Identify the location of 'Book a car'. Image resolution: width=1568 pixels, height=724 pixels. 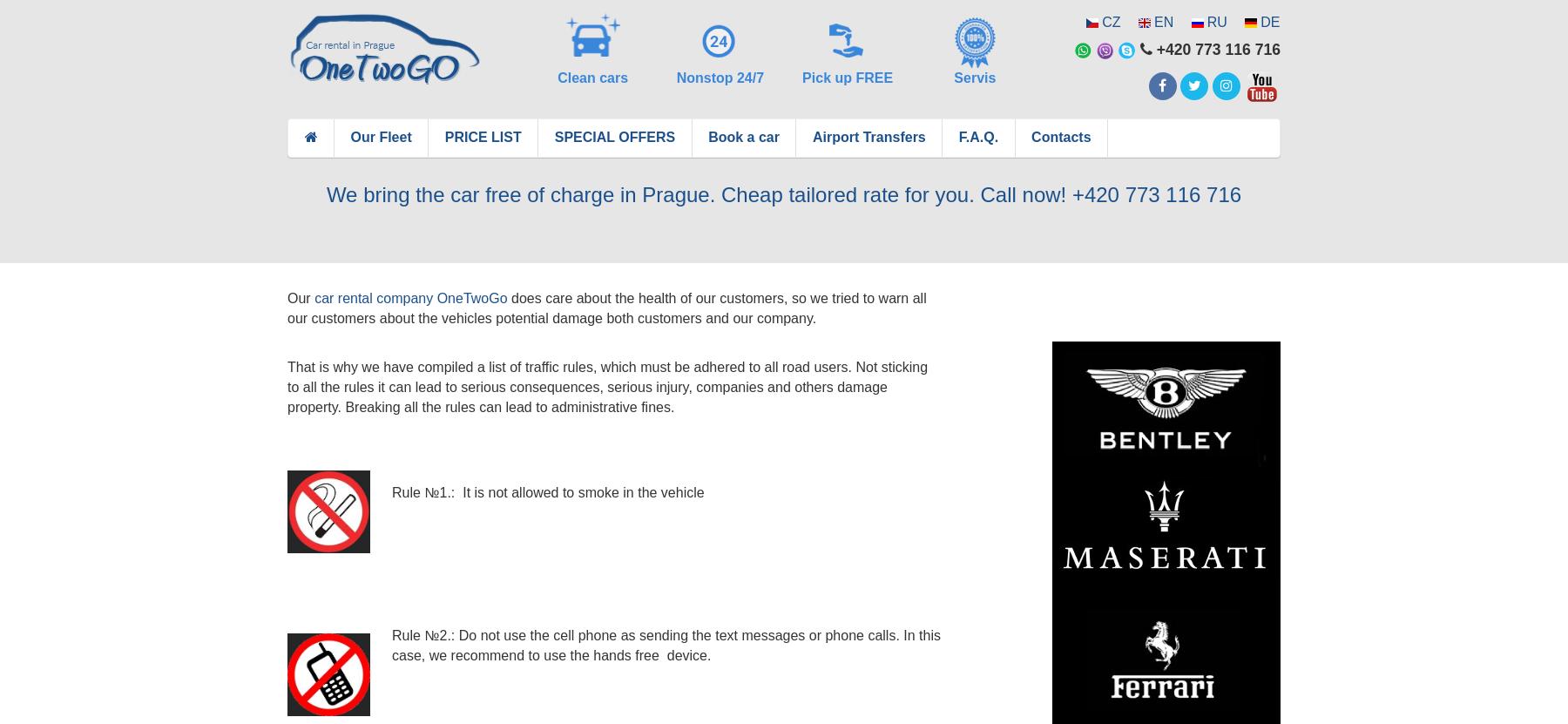
(708, 136).